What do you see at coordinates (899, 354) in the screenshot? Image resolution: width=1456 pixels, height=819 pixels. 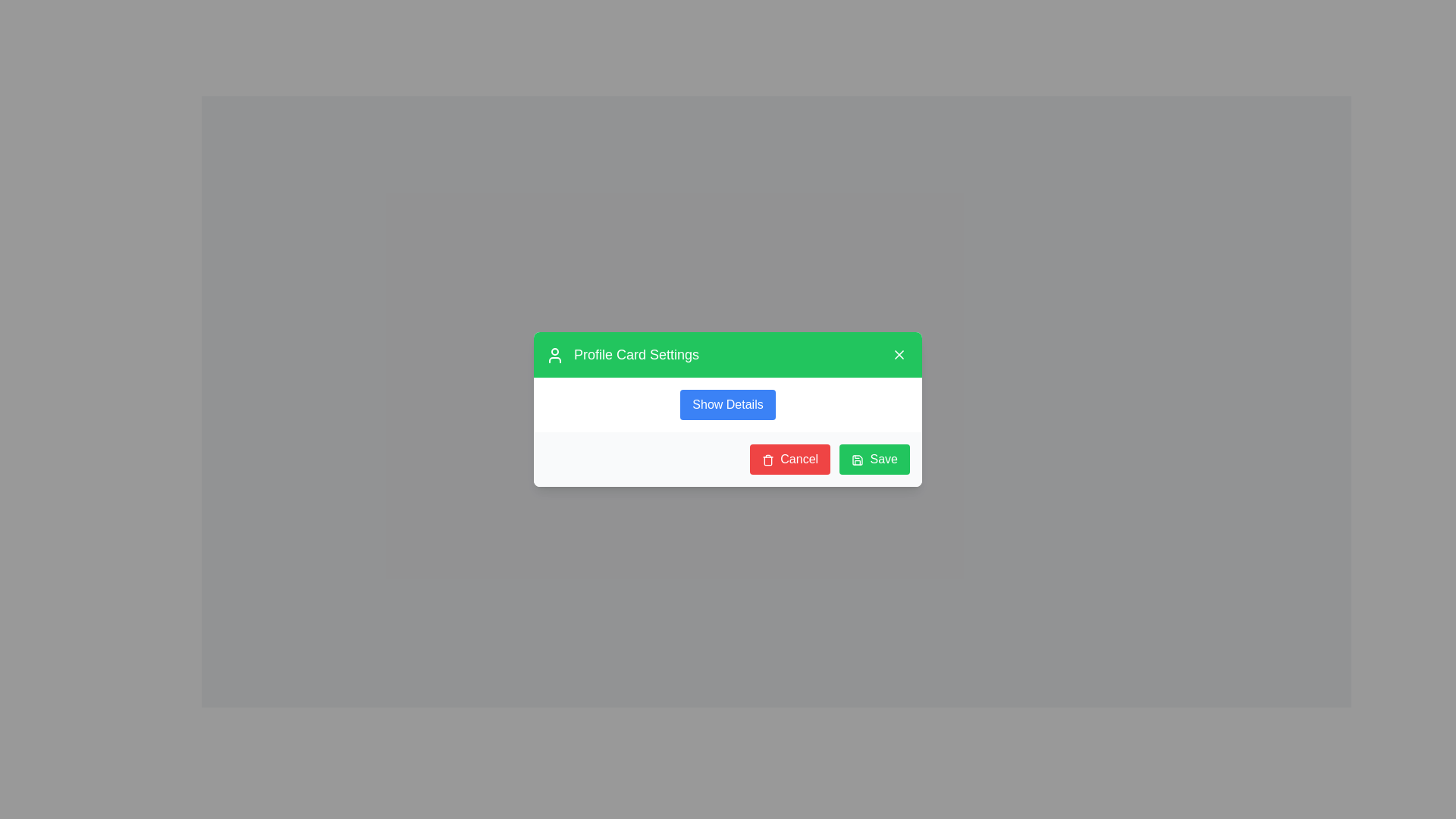 I see `the small circular button with an 'X' icon located at the top-right corner of the green header bar` at bounding box center [899, 354].